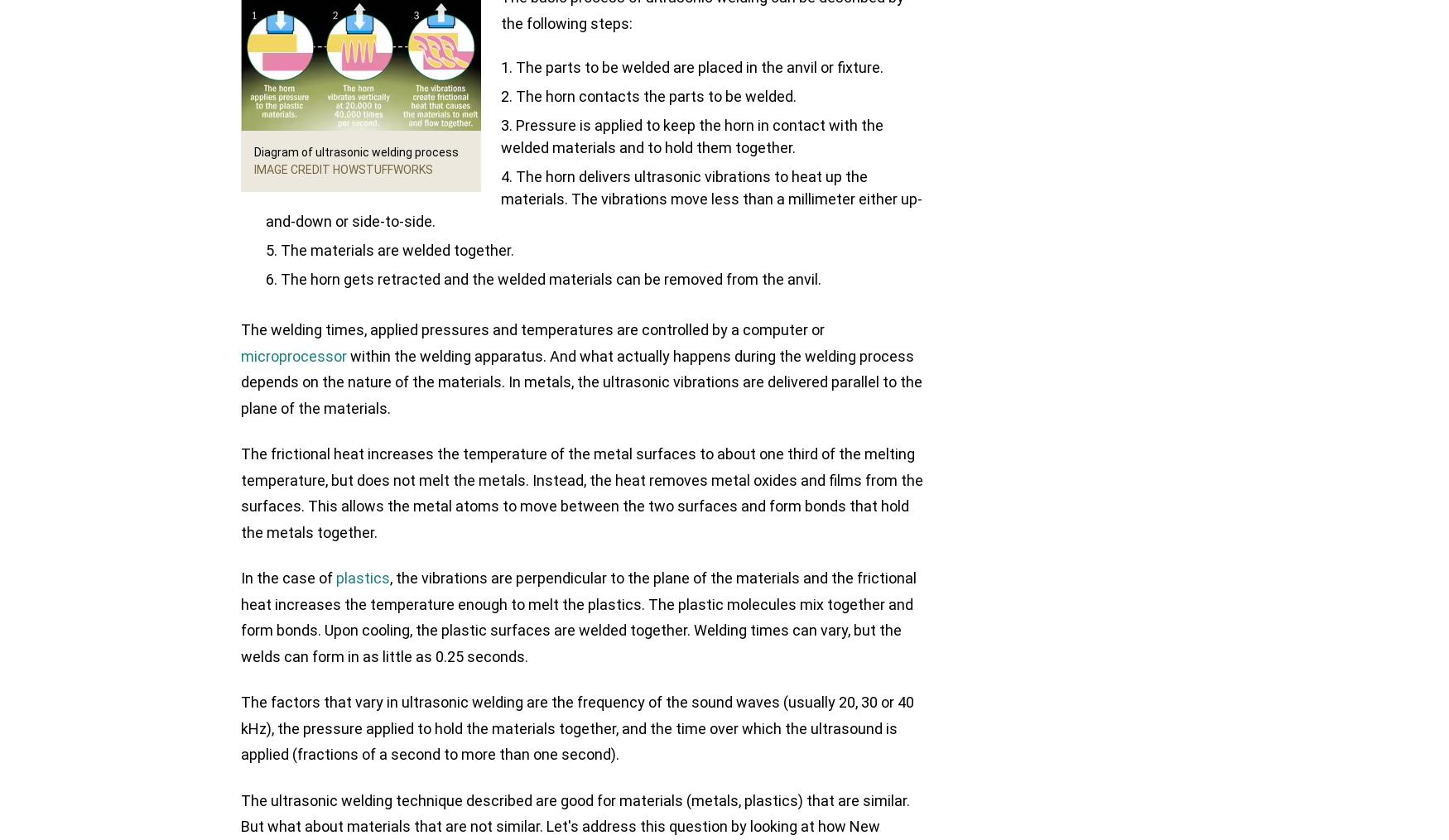  What do you see at coordinates (288, 578) in the screenshot?
I see `'In the case of'` at bounding box center [288, 578].